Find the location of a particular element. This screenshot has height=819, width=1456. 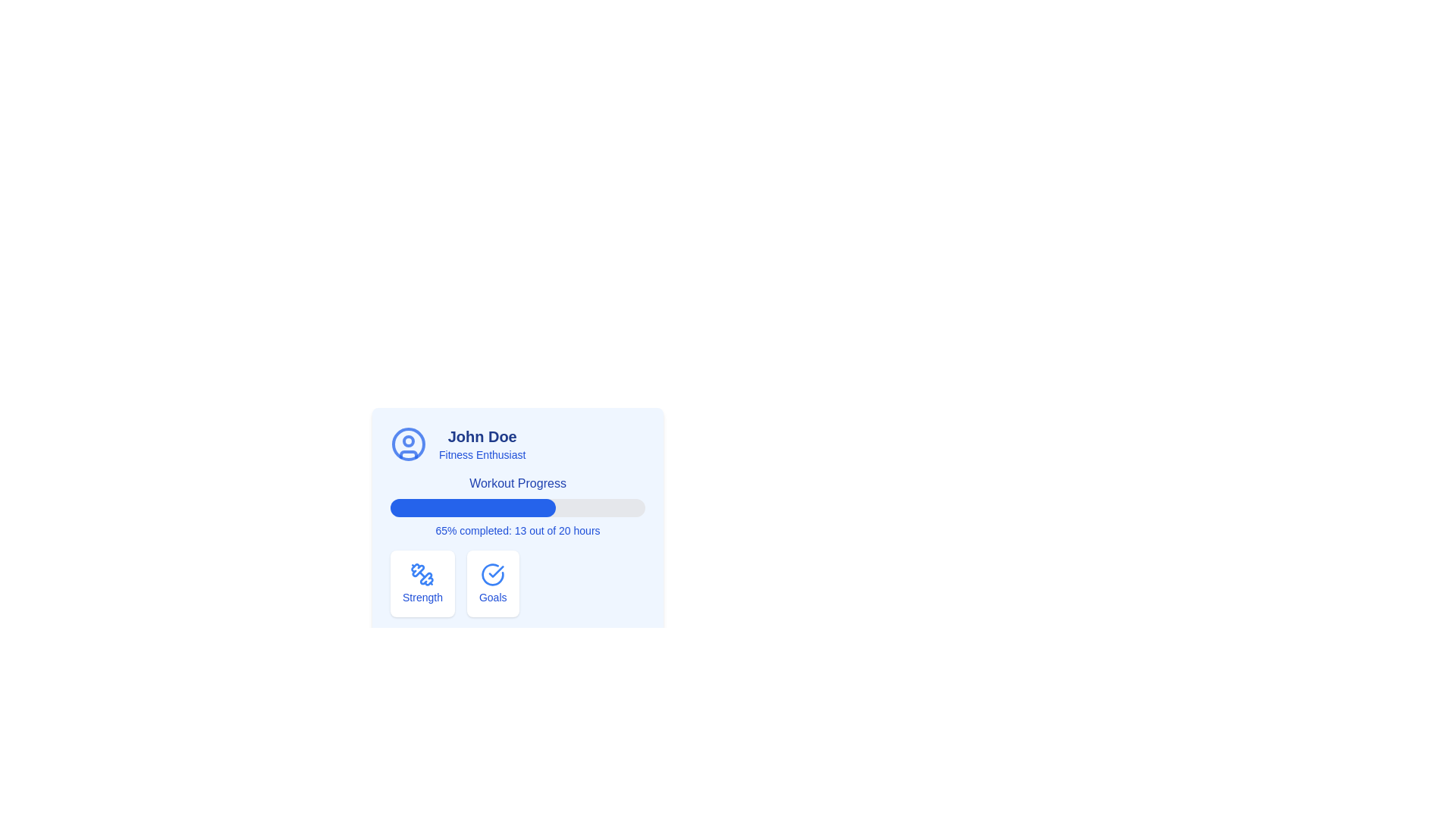

the icon representing strength training within the 'Strength' section of the card interface is located at coordinates (422, 575).